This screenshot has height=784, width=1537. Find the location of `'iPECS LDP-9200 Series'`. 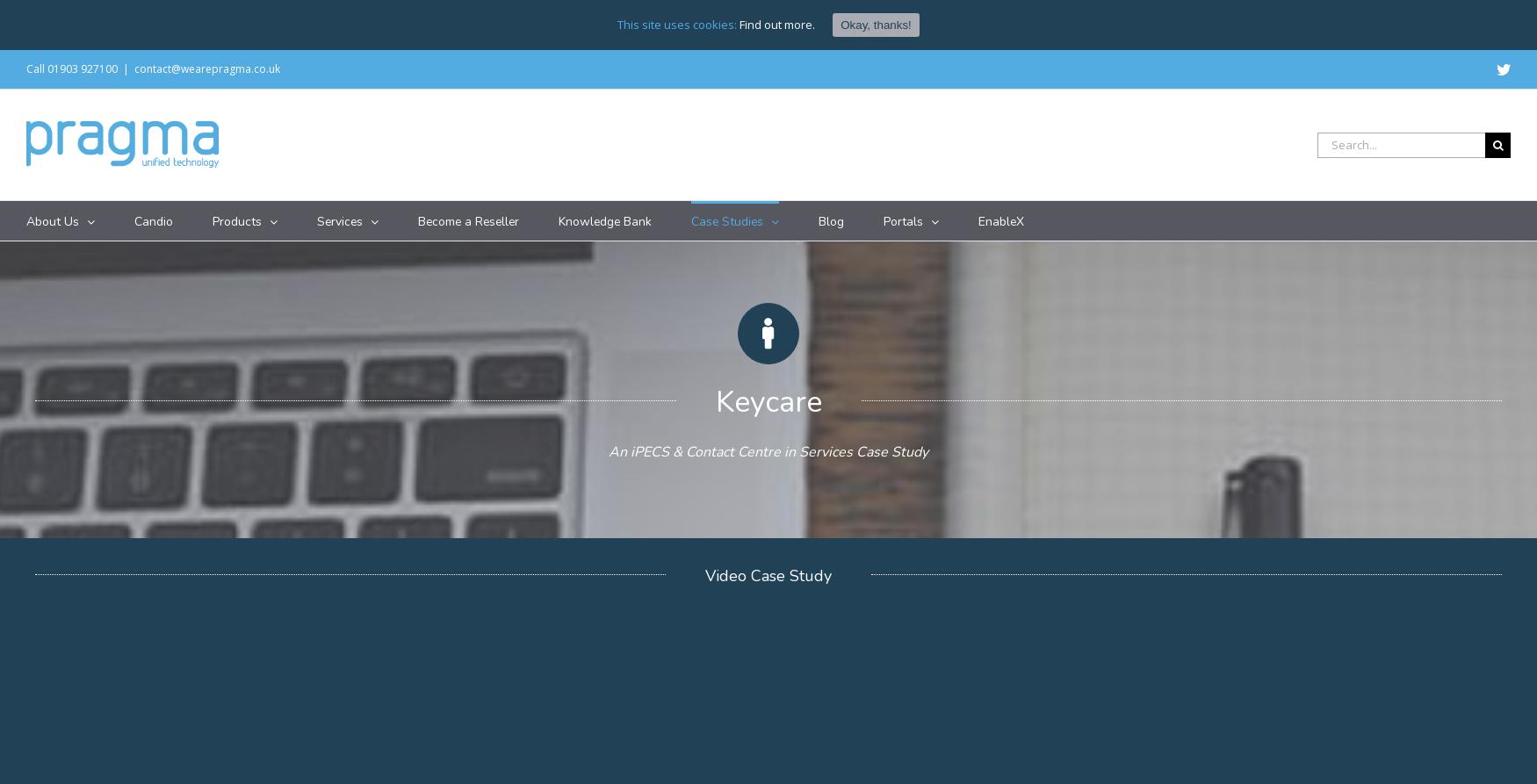

'iPECS LDP-9200 Series' is located at coordinates (446, 349).